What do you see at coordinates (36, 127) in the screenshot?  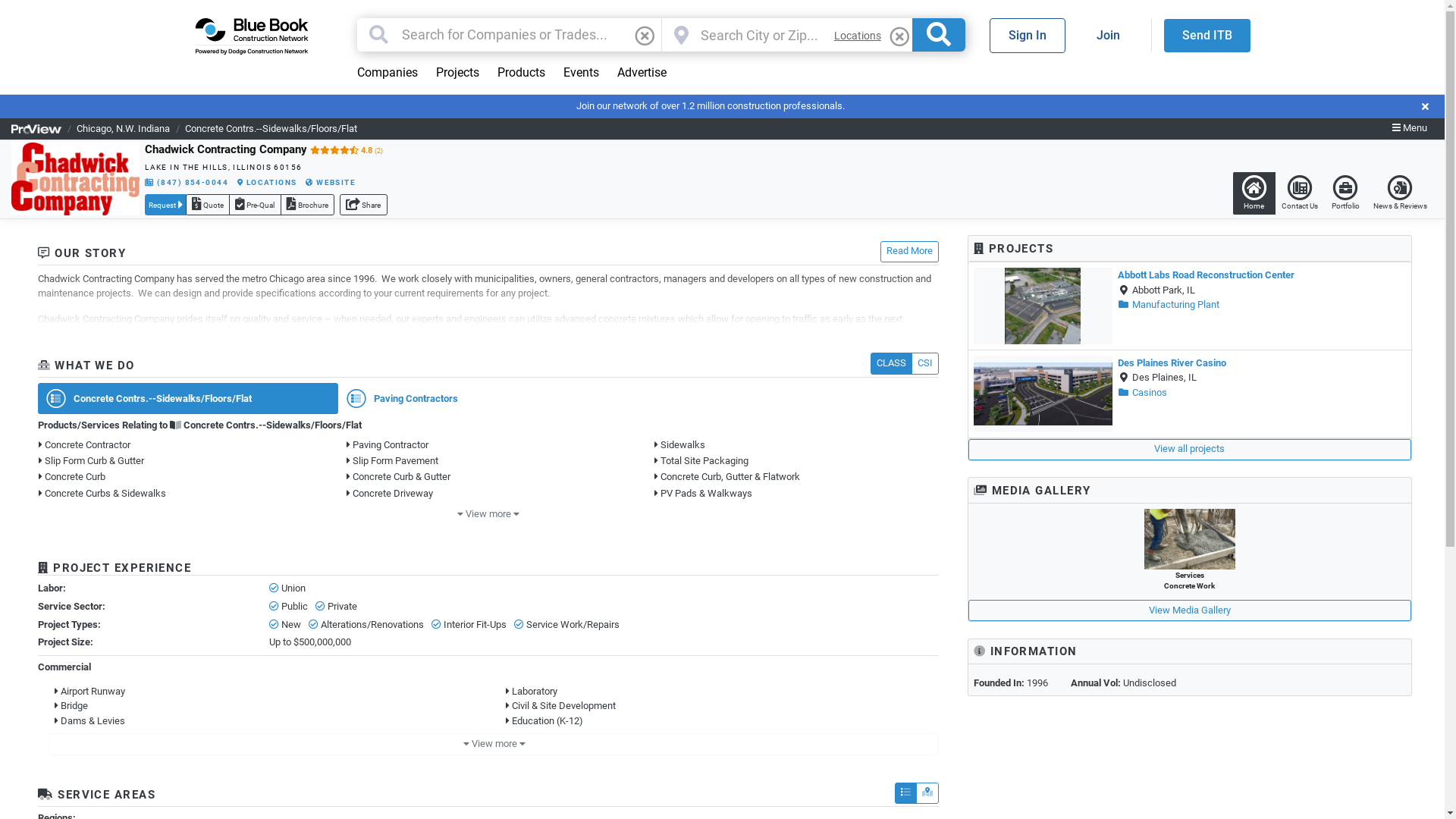 I see `'Learn more about ProView'` at bounding box center [36, 127].